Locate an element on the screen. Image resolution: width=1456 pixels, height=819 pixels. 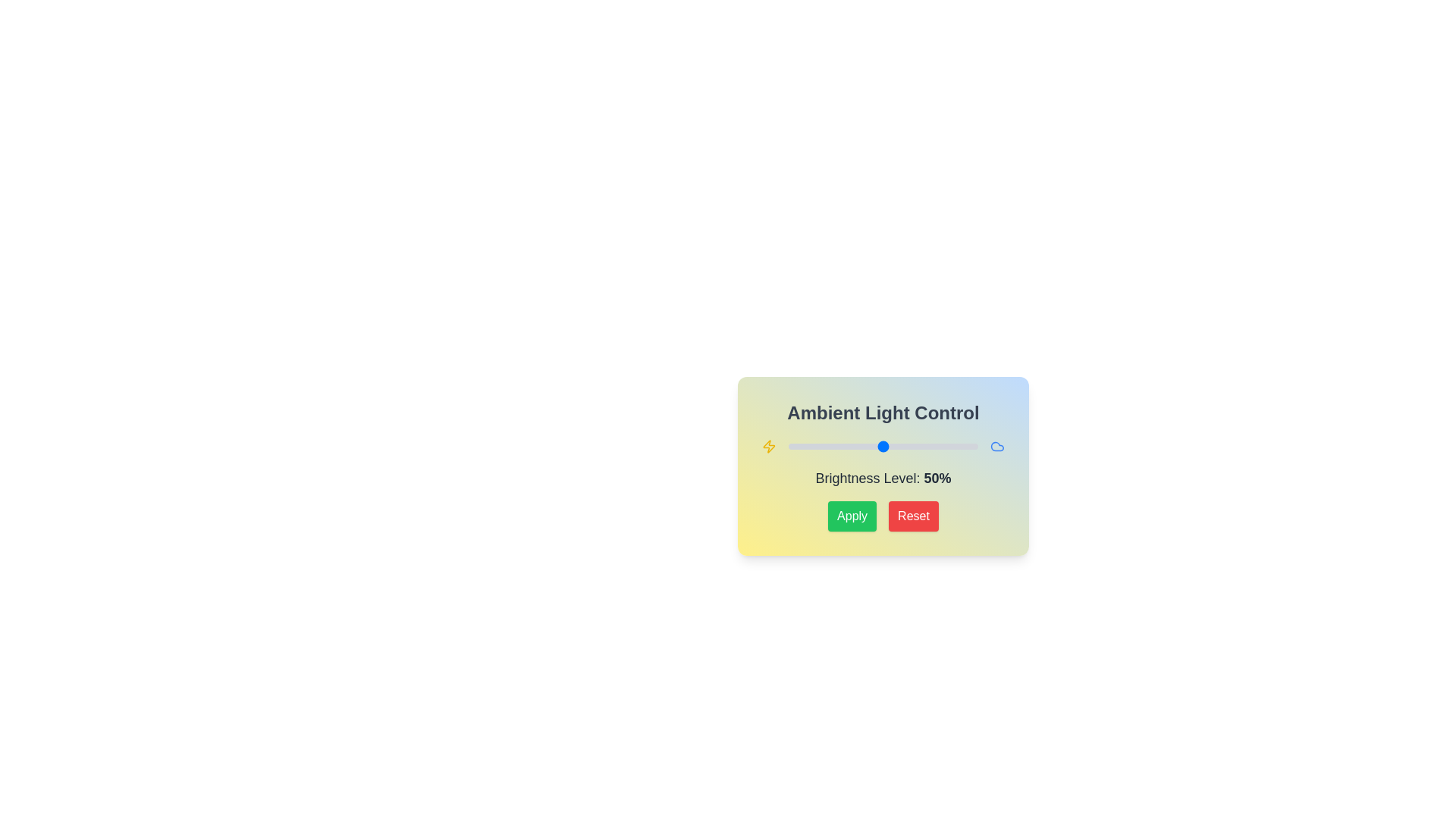
the brightness slider to 0% is located at coordinates (788, 446).